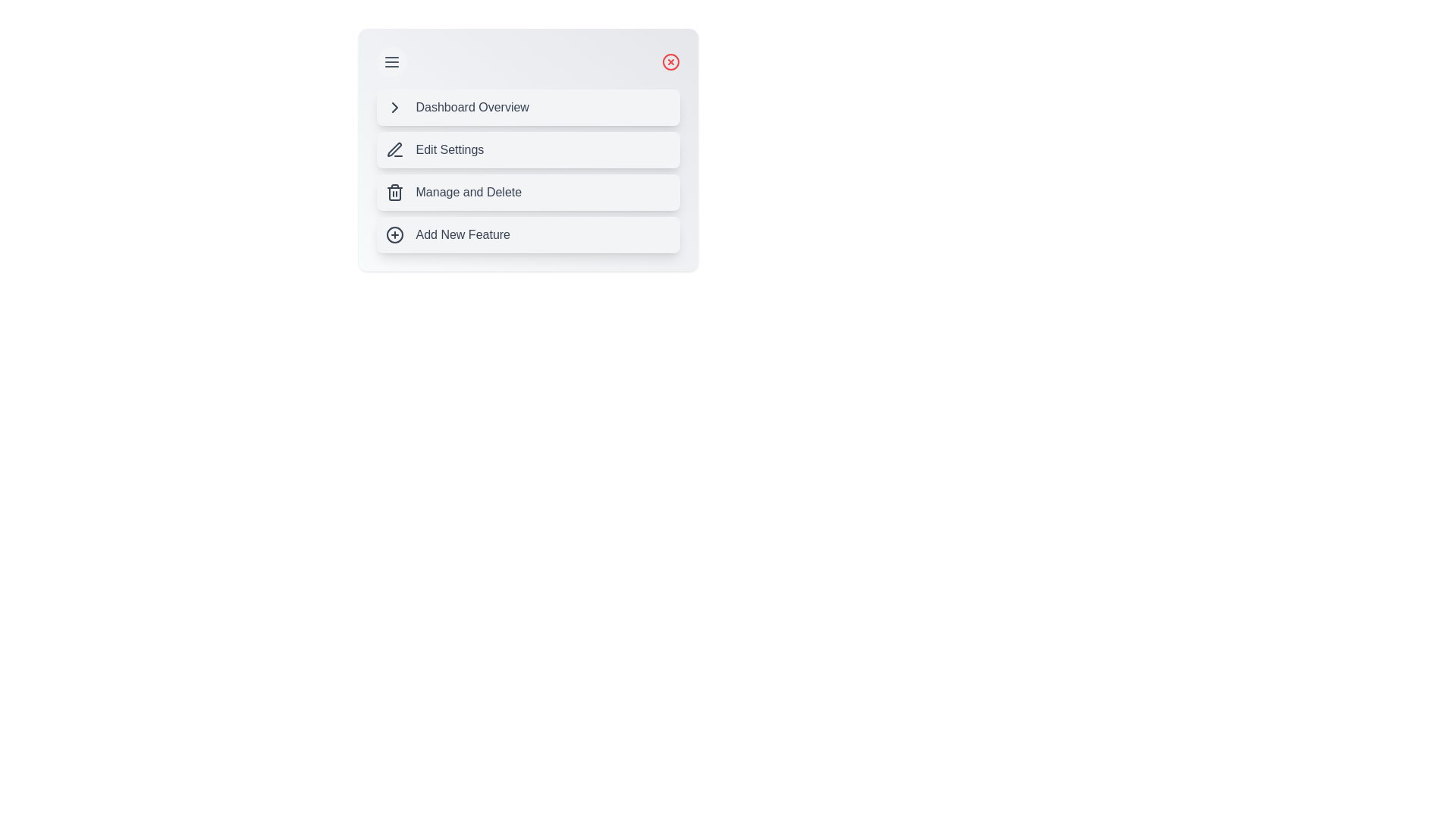 The image size is (1456, 819). What do you see at coordinates (391, 61) in the screenshot?
I see `menu toggle button to toggle the menu open and close state` at bounding box center [391, 61].